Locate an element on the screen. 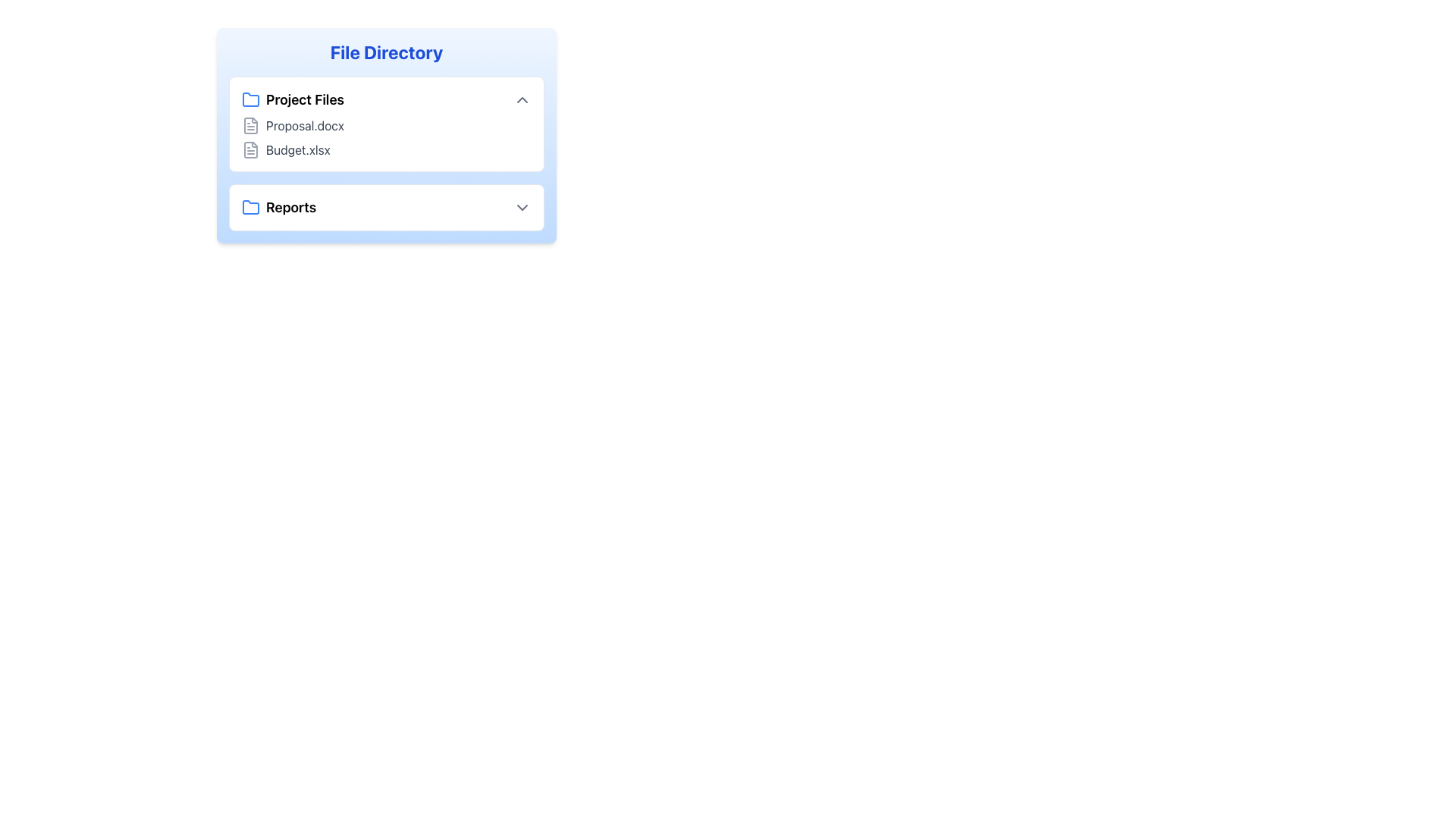 The height and width of the screenshot is (819, 1456). the blue folder icon located to the left of the 'Project Files' text is located at coordinates (251, 99).